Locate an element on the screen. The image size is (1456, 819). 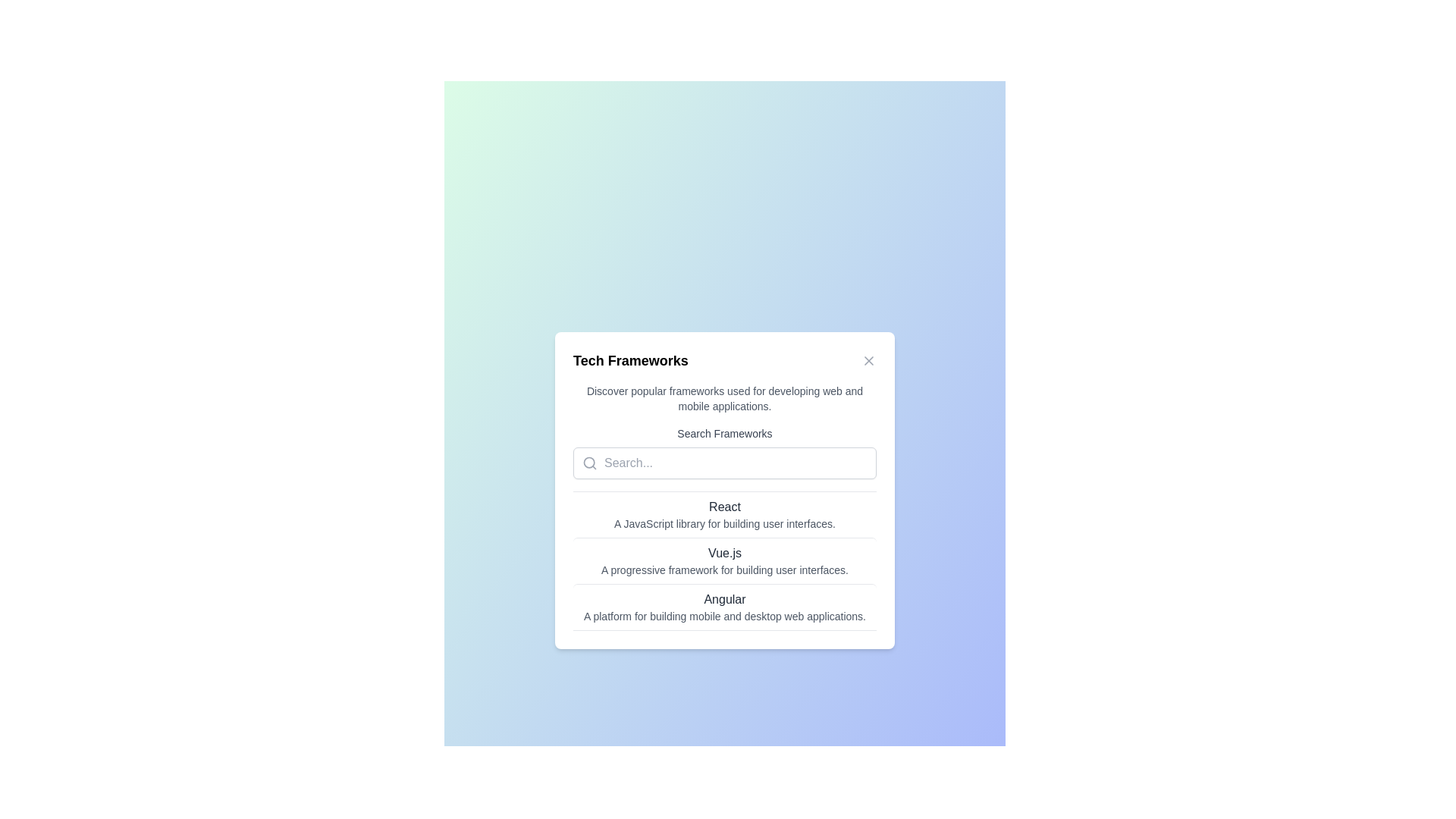
the text label 'React', which serves as a title for the accompanying descriptive text in the dialog box is located at coordinates (723, 507).